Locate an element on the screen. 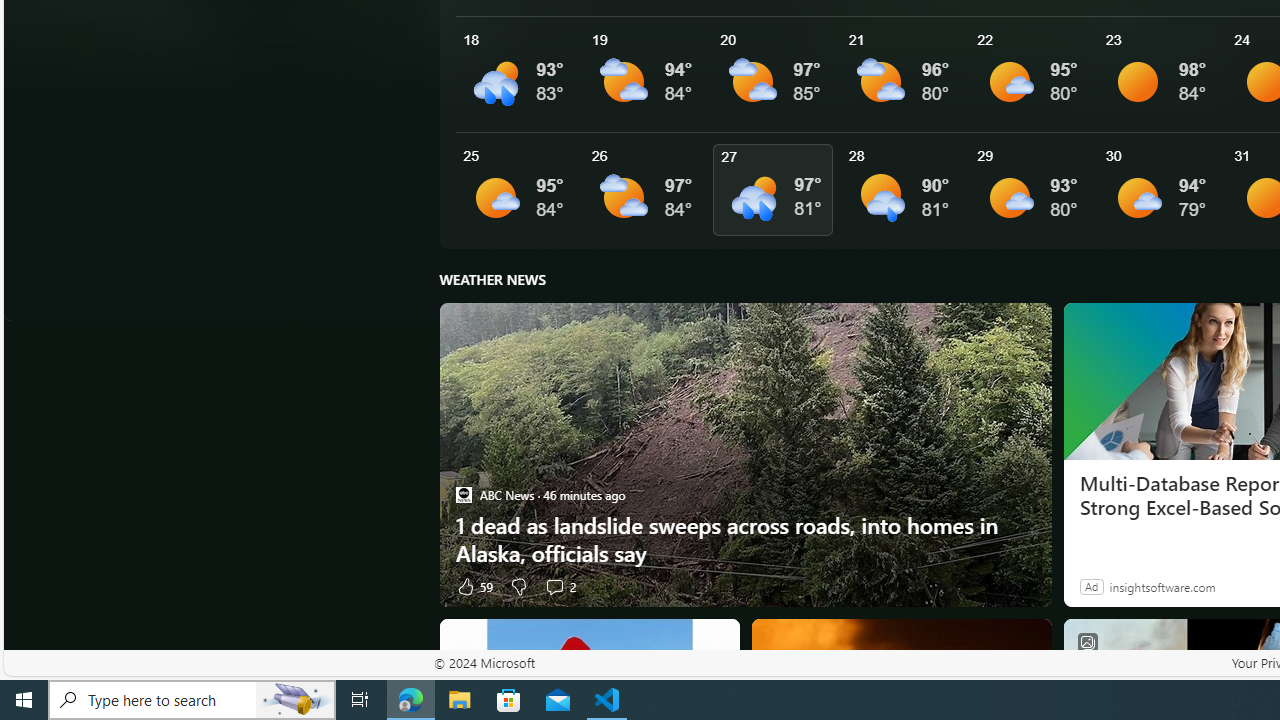 Image resolution: width=1280 pixels, height=720 pixels. 'ABC News' is located at coordinates (462, 495).